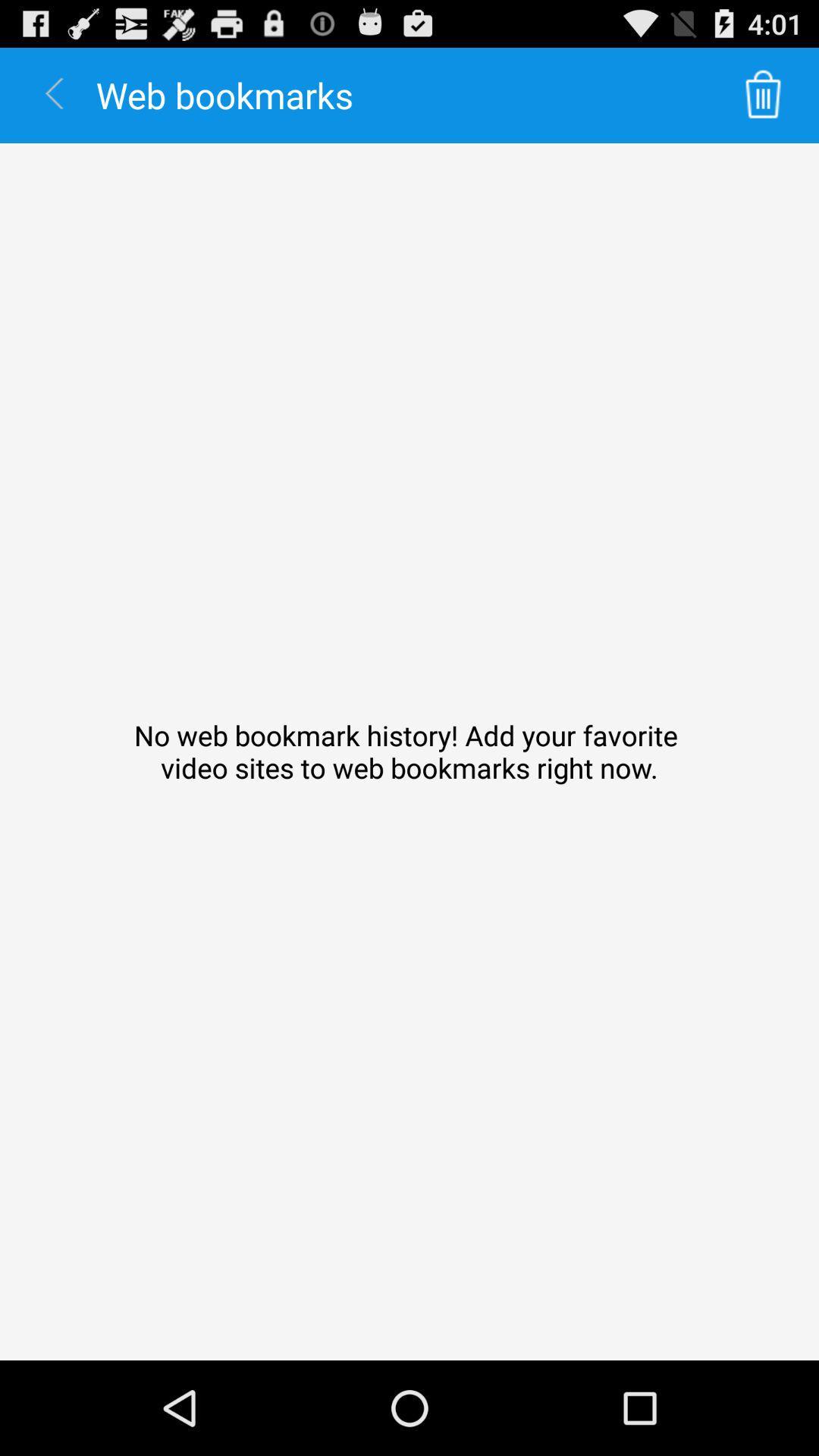 This screenshot has height=1456, width=819. What do you see at coordinates (763, 94) in the screenshot?
I see `the item at the top right corner` at bounding box center [763, 94].